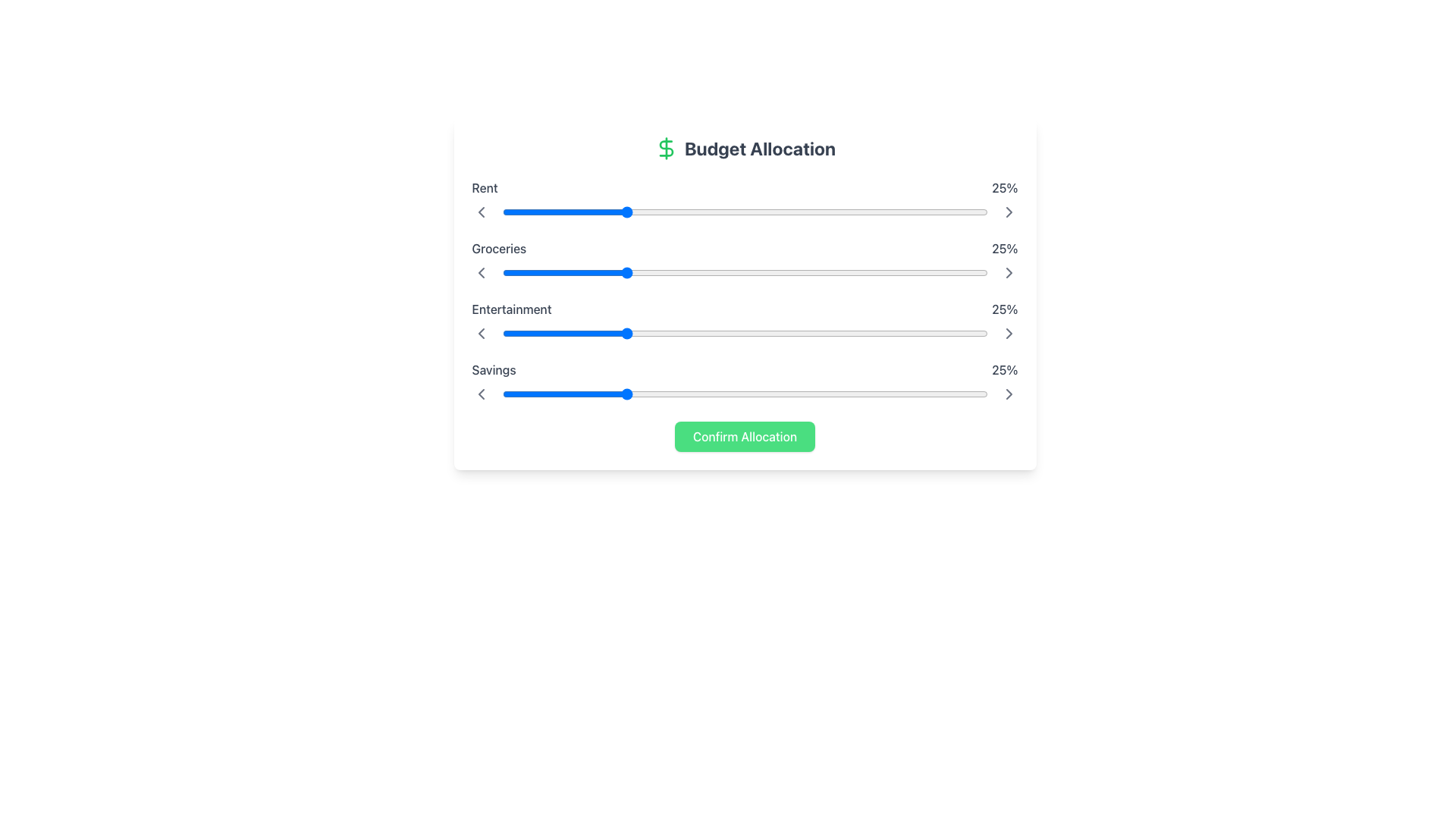 This screenshot has height=819, width=1456. Describe the element at coordinates (740, 271) in the screenshot. I see `the groceries allocation percentage` at that location.